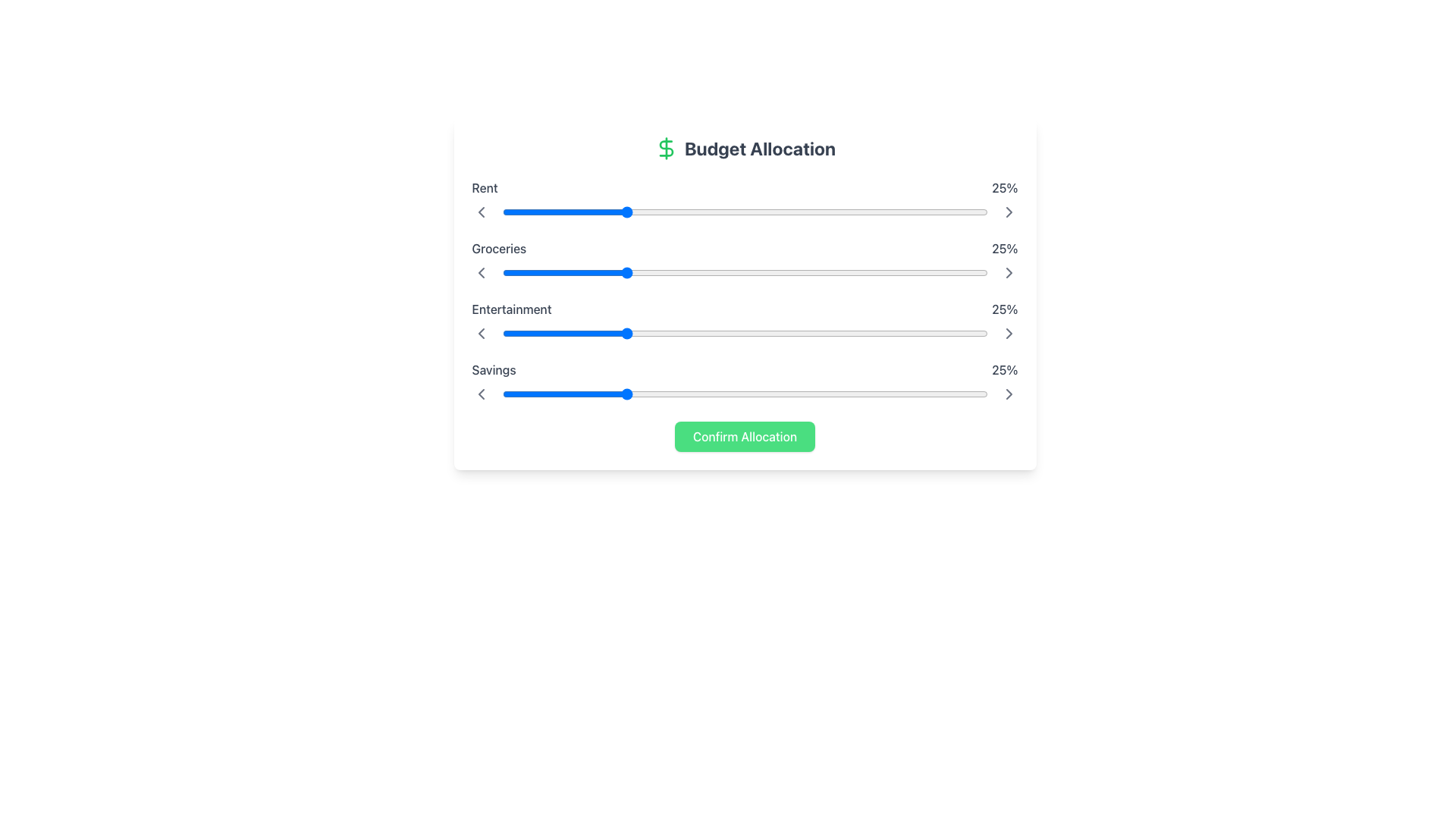 This screenshot has height=819, width=1456. Describe the element at coordinates (740, 271) in the screenshot. I see `the groceries allocation percentage` at that location.